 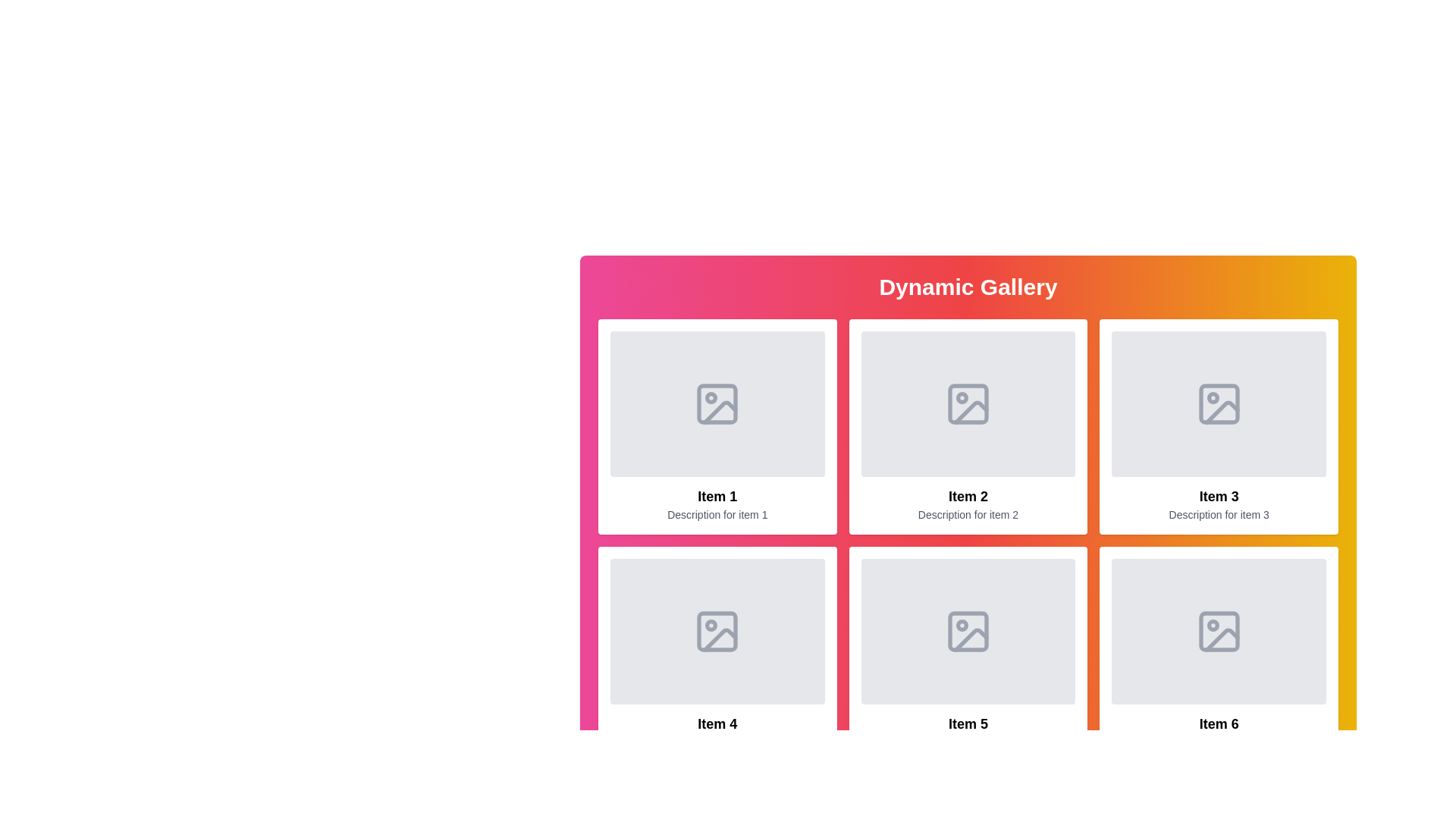 What do you see at coordinates (717, 654) in the screenshot?
I see `the static information card located in the second row, first column of the grid layout, which displays an item title, description, and an image placeholder` at bounding box center [717, 654].